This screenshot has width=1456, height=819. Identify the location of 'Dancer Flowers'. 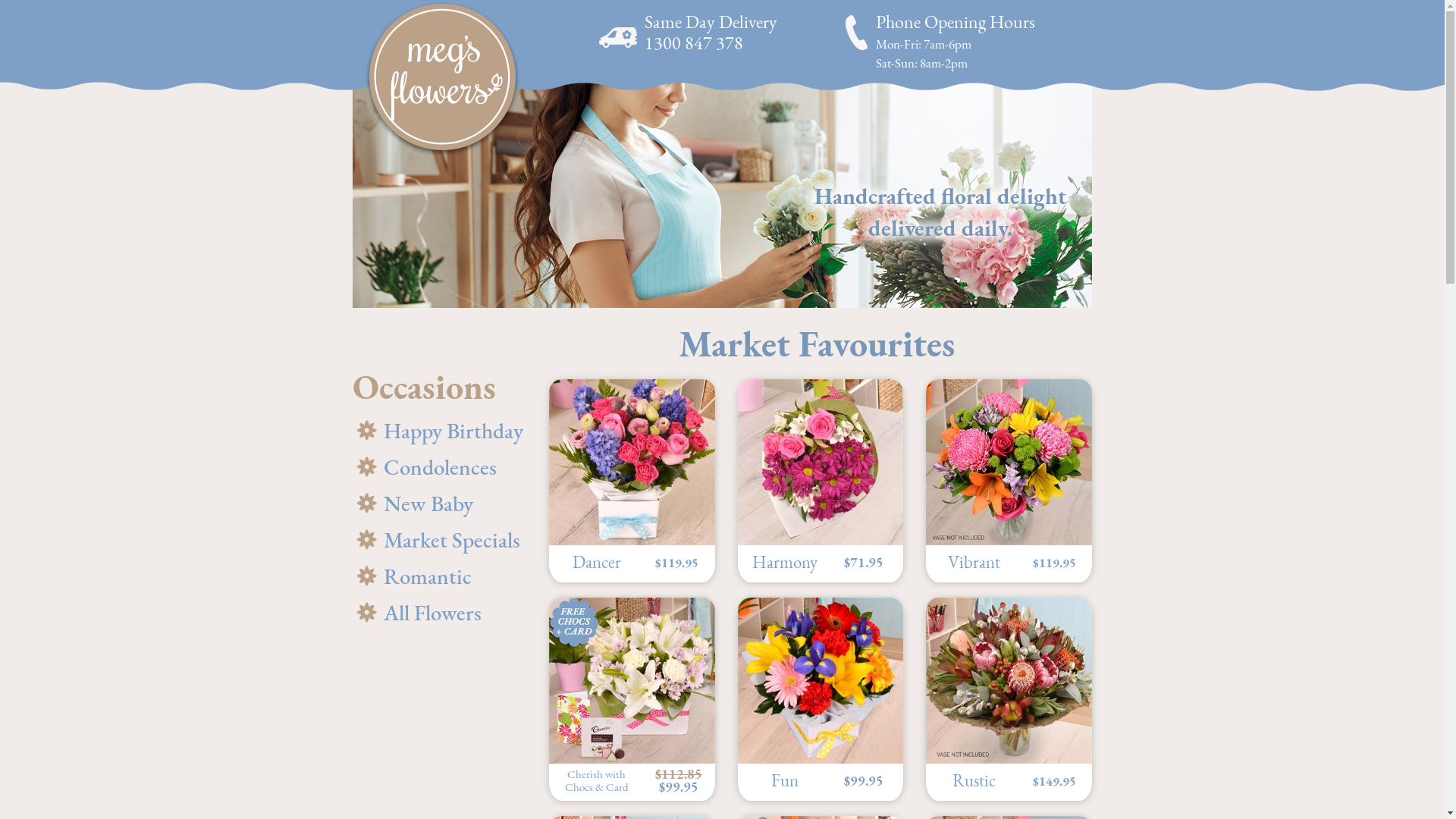
(632, 461).